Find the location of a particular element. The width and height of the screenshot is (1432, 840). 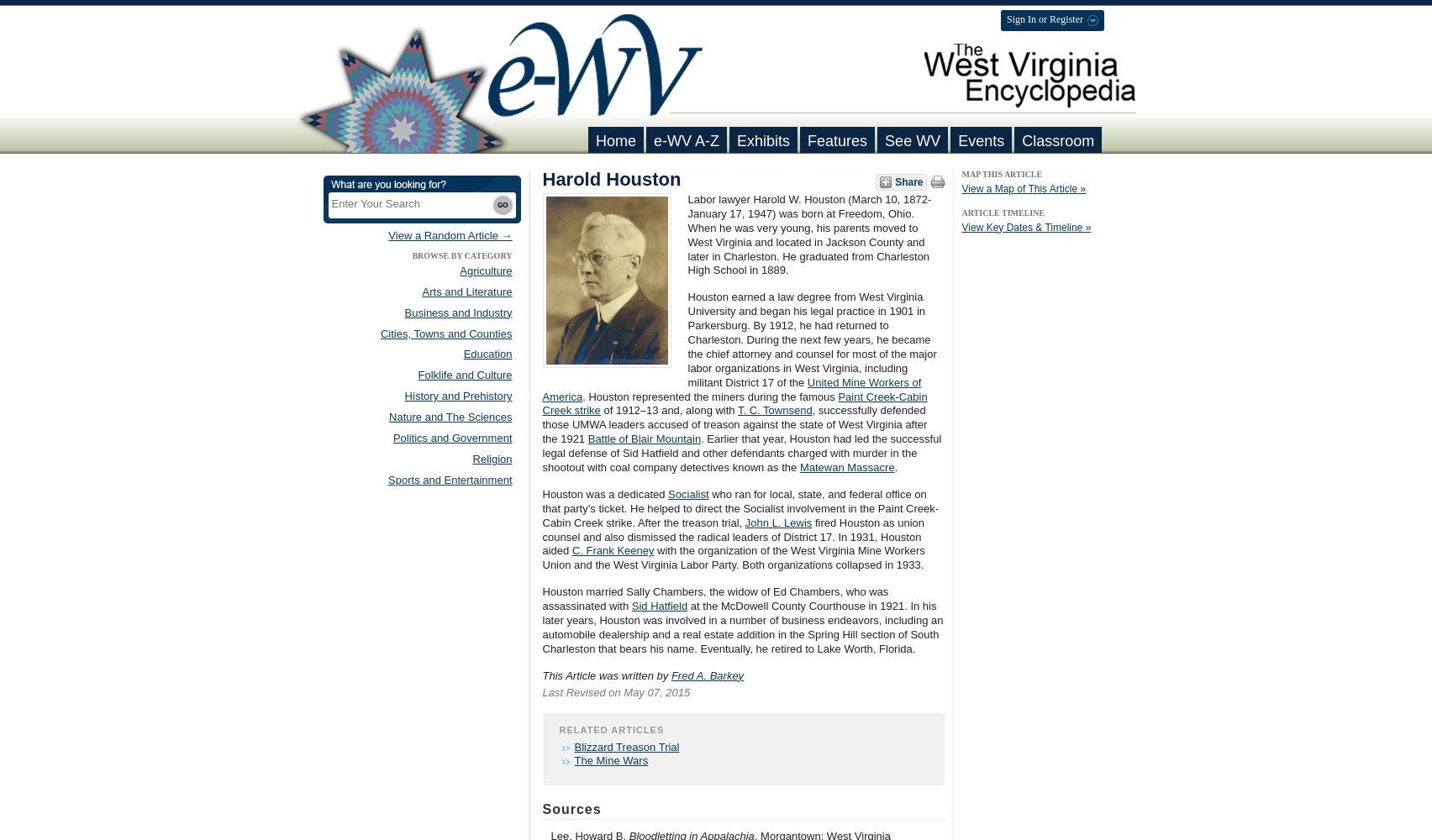

'Paint Creek-Cabin Creek strike' is located at coordinates (540, 402).